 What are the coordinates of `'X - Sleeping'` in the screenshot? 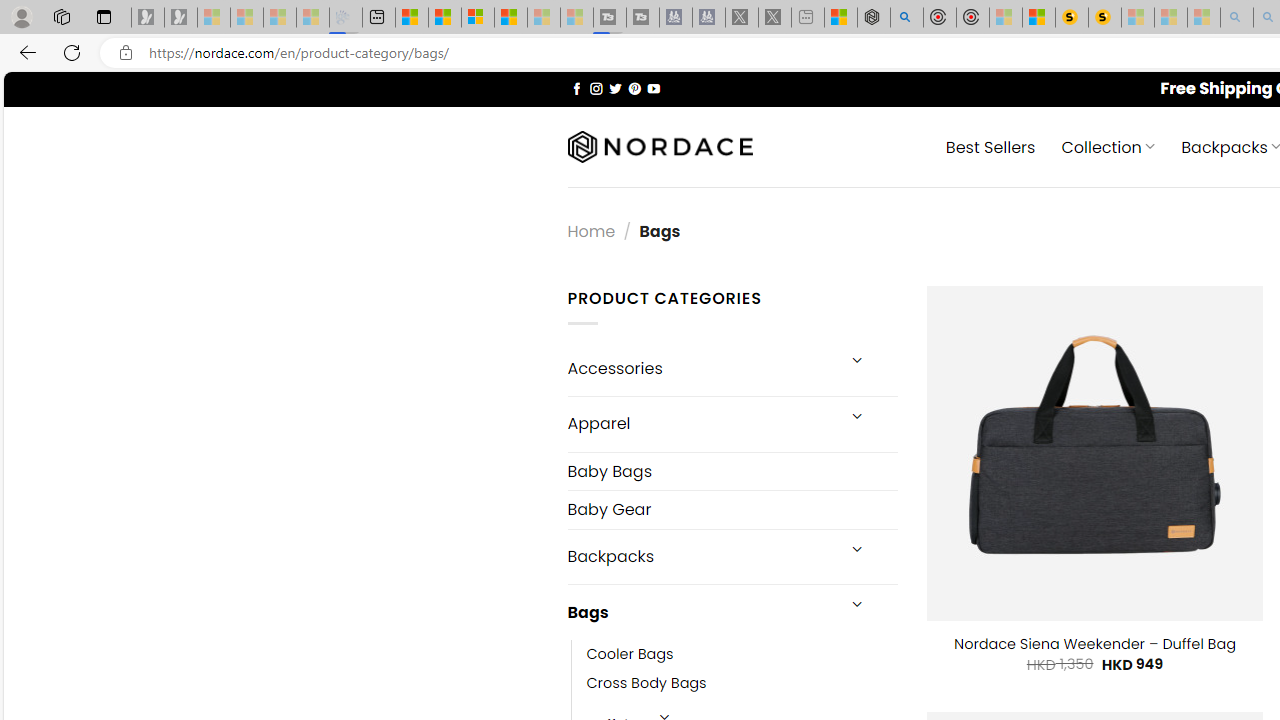 It's located at (774, 17).